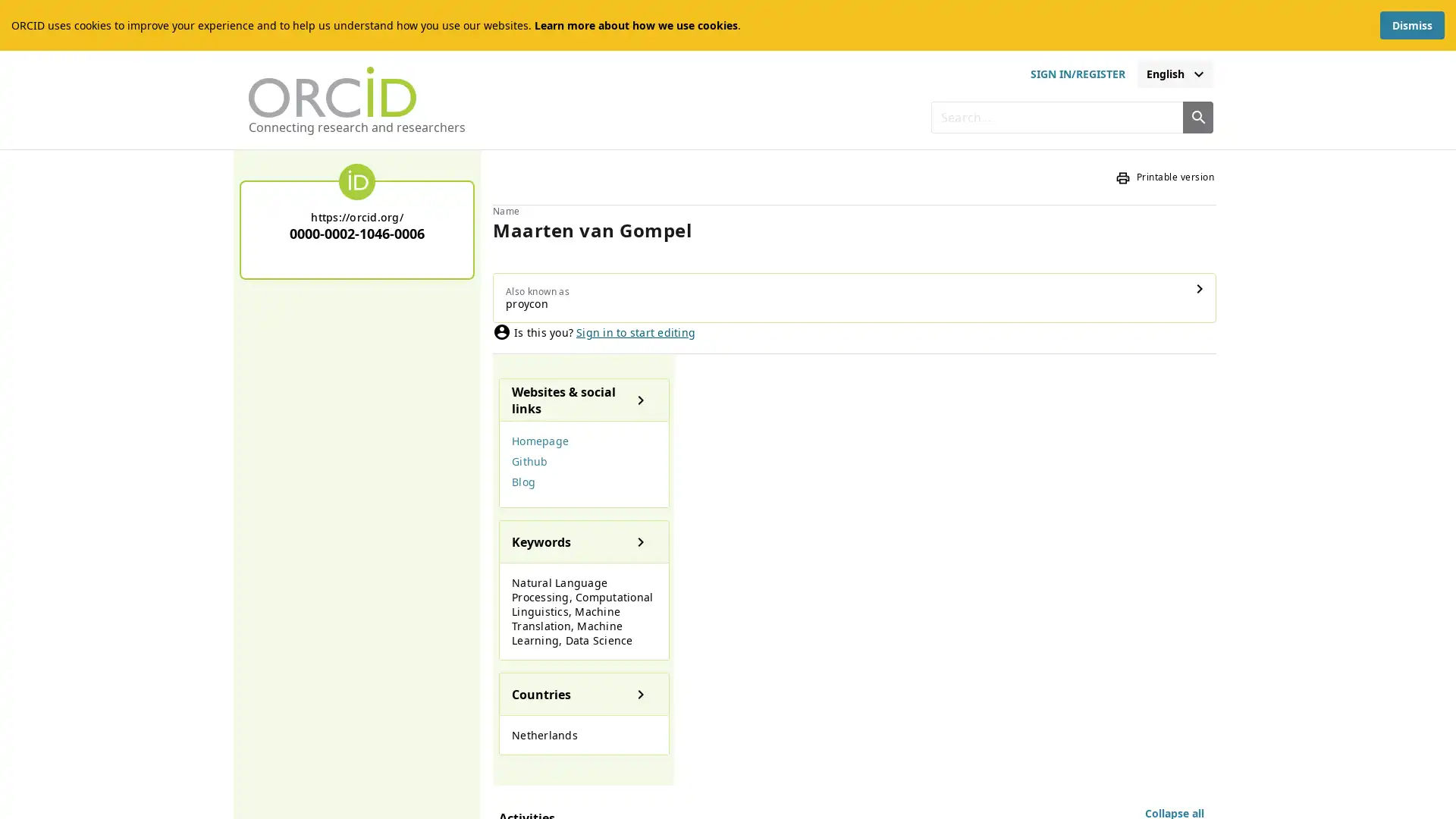 This screenshot has width=1456, height=819. Describe the element at coordinates (1156, 633) in the screenshot. I see `Show more detail` at that location.